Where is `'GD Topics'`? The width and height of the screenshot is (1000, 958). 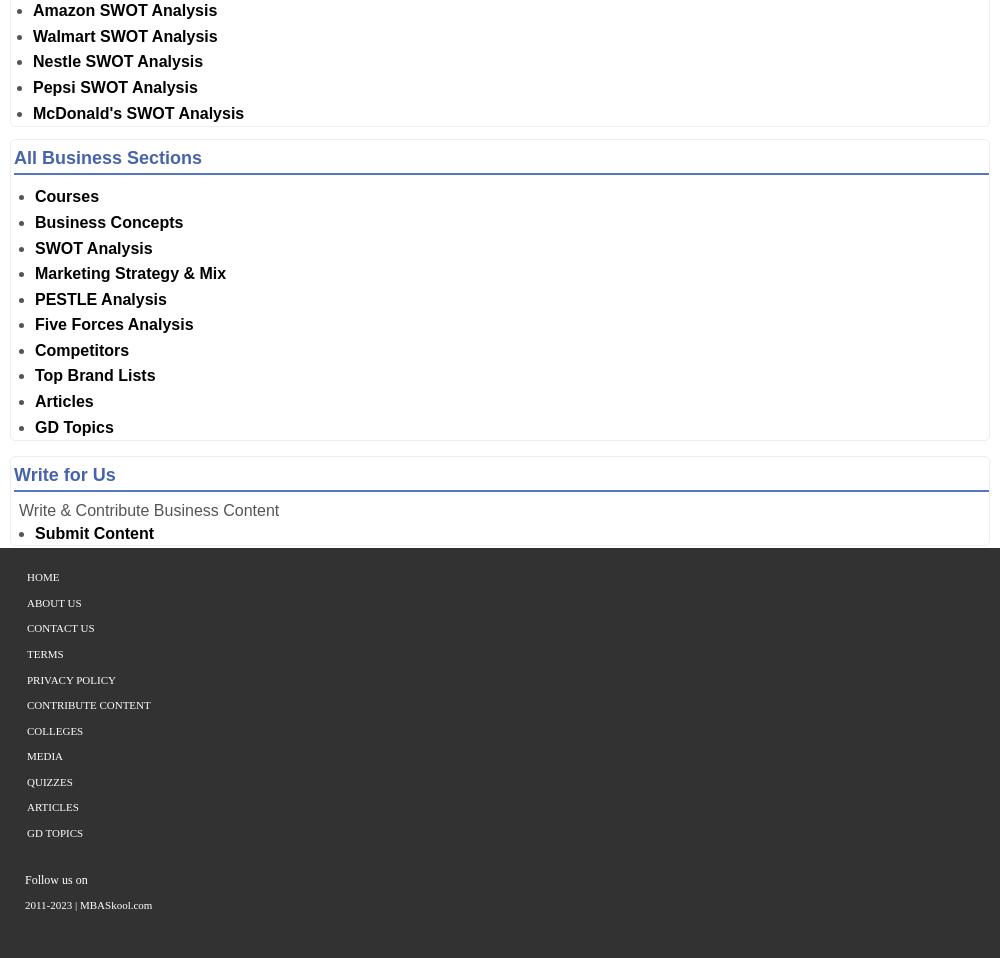 'GD Topics' is located at coordinates (55, 831).